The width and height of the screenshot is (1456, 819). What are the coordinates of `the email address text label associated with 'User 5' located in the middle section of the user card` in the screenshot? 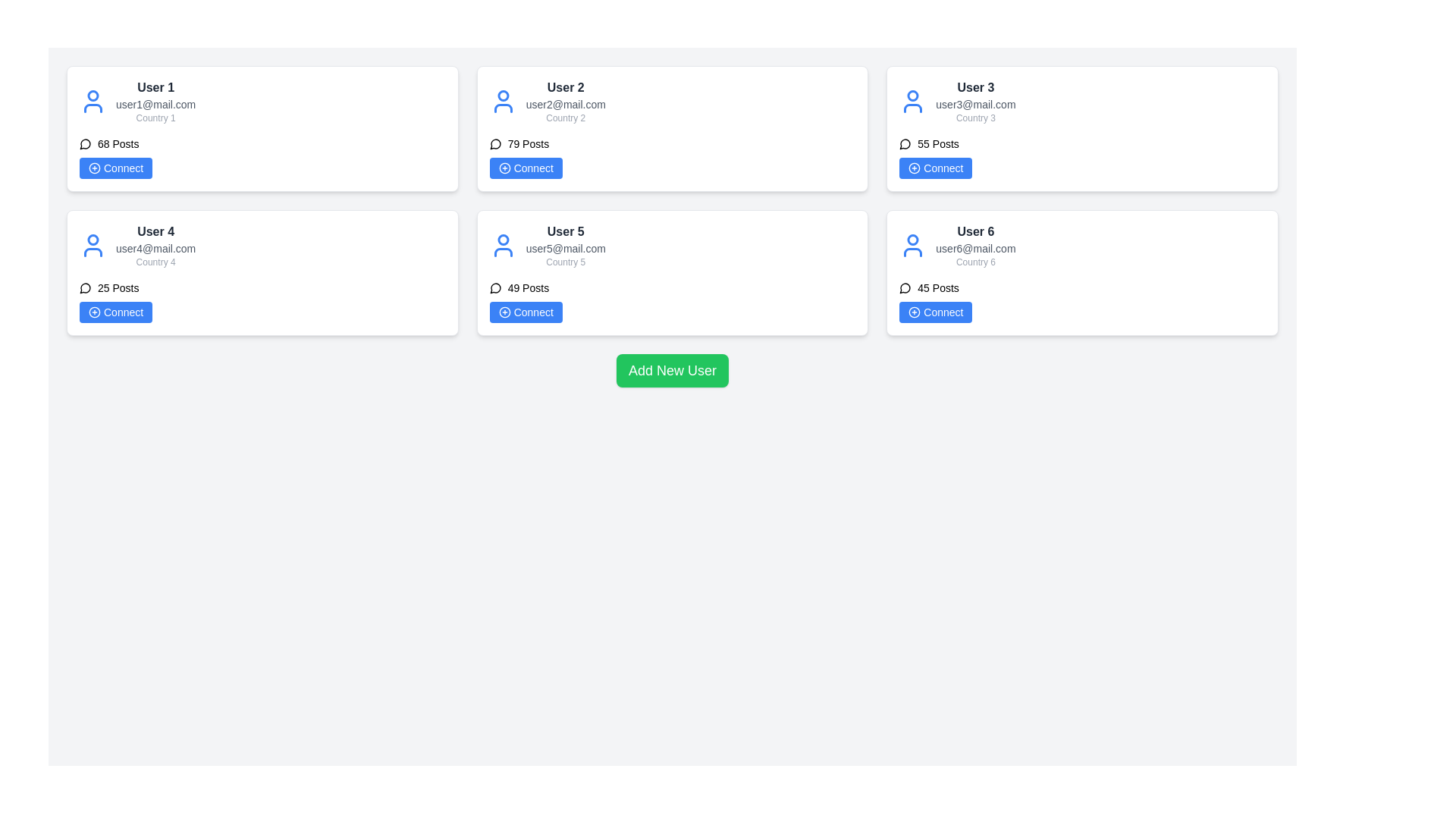 It's located at (565, 247).